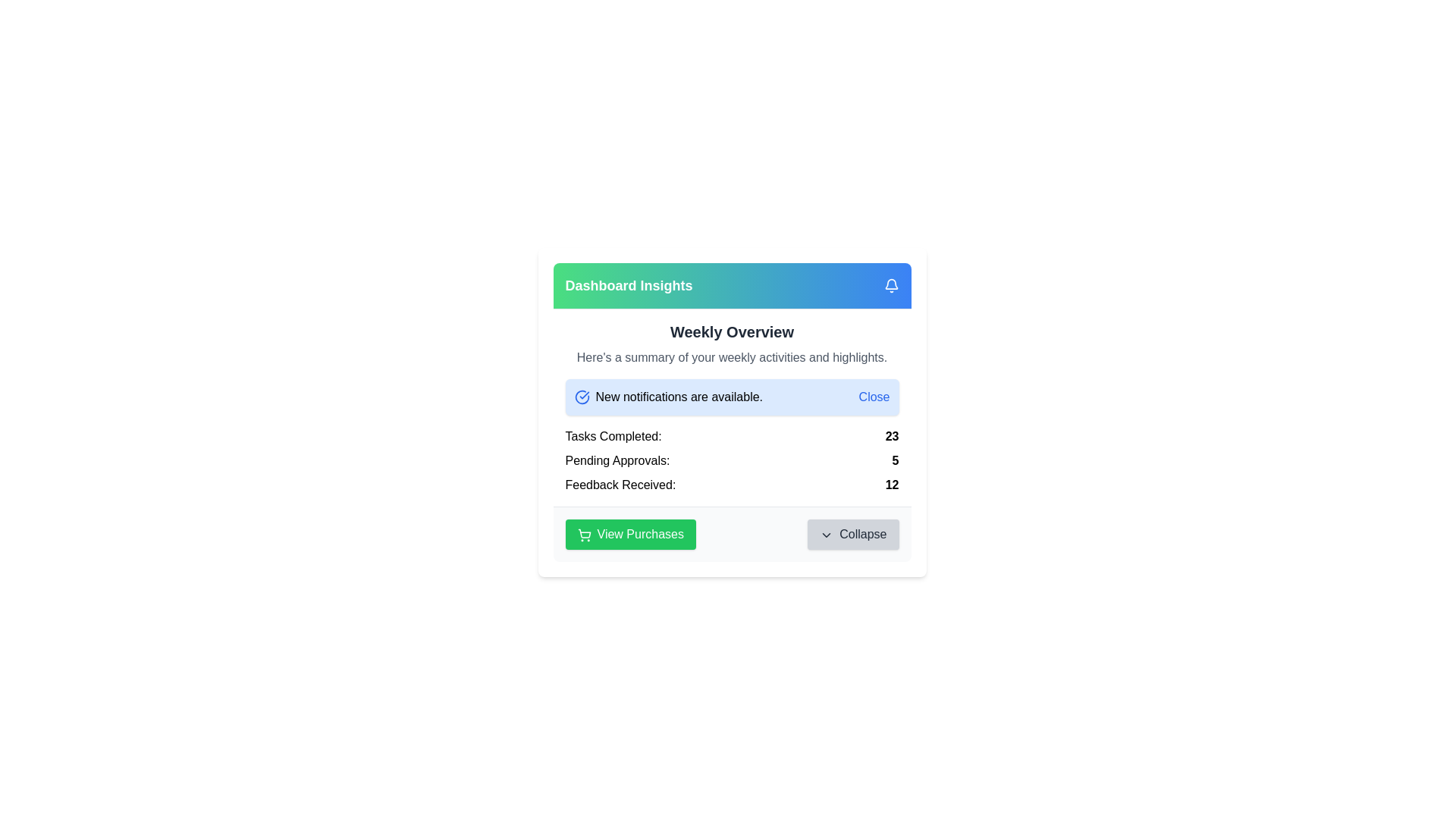 This screenshot has height=819, width=1456. What do you see at coordinates (732, 397) in the screenshot?
I see `the notification banner containing the message 'New notifications are available.' to read the notification` at bounding box center [732, 397].